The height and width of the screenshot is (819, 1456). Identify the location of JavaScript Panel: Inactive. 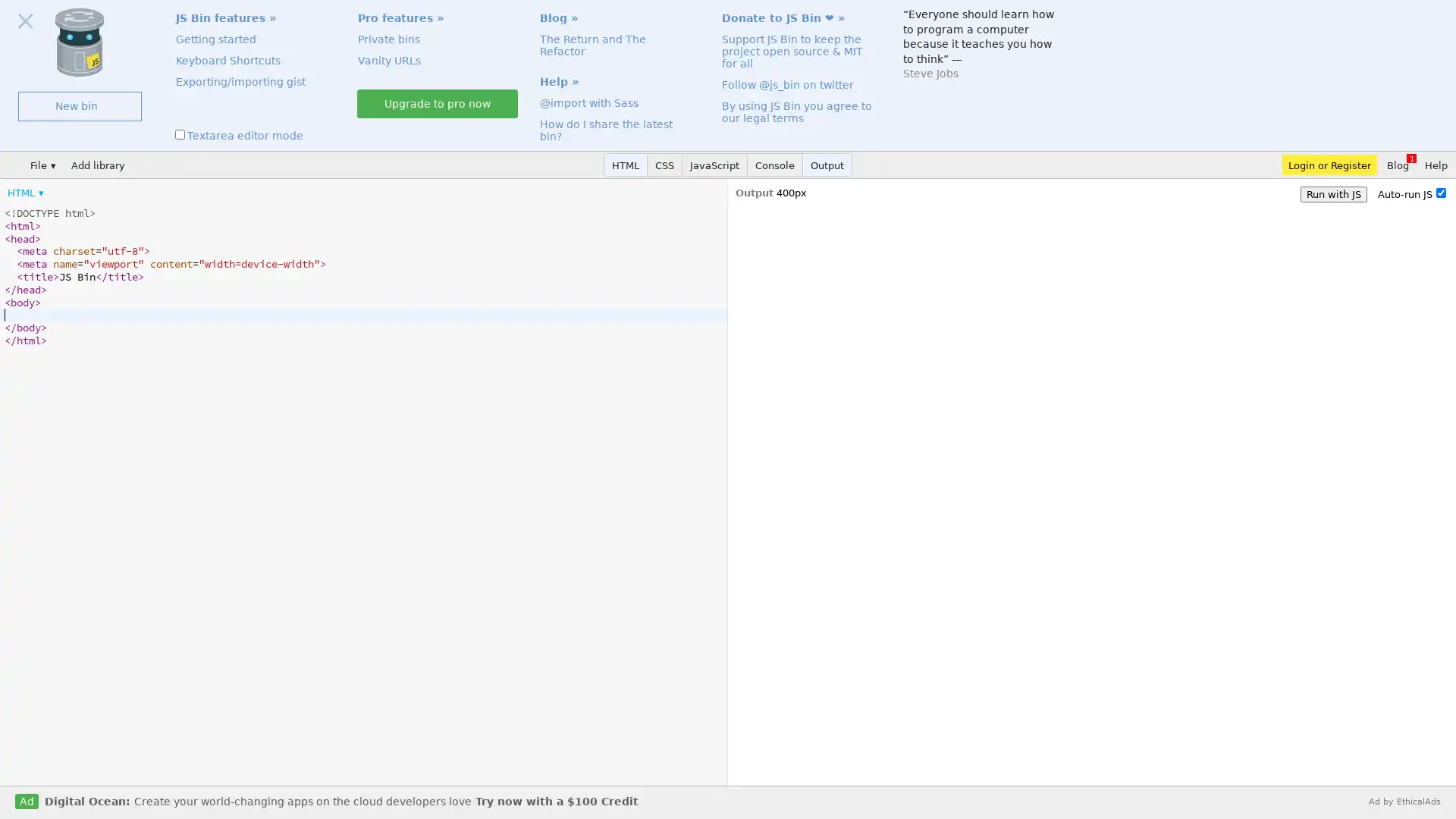
(714, 165).